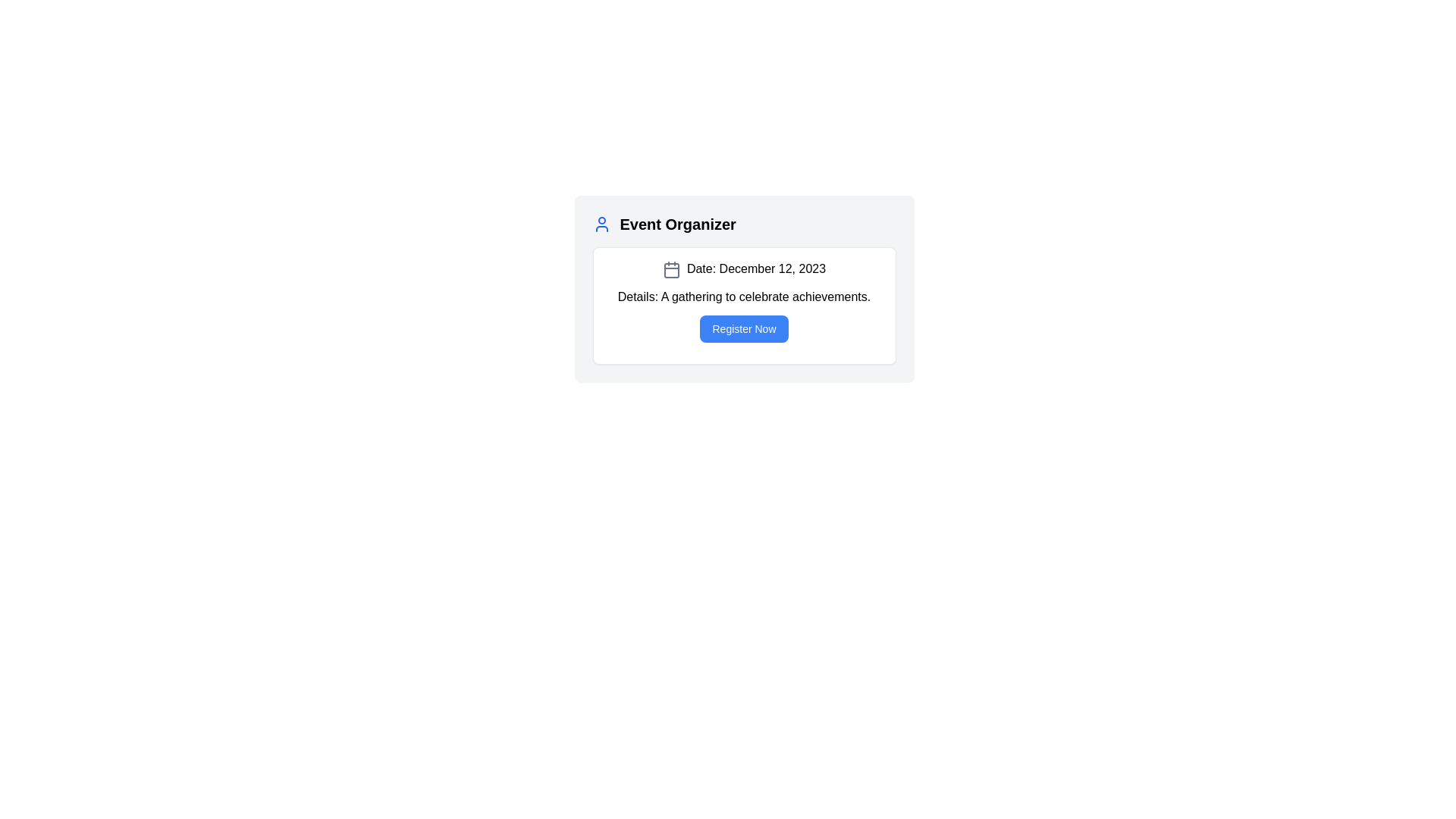  What do you see at coordinates (638, 297) in the screenshot?
I see `the text label displaying 'Details:' which is part of the description section in the information card` at bounding box center [638, 297].